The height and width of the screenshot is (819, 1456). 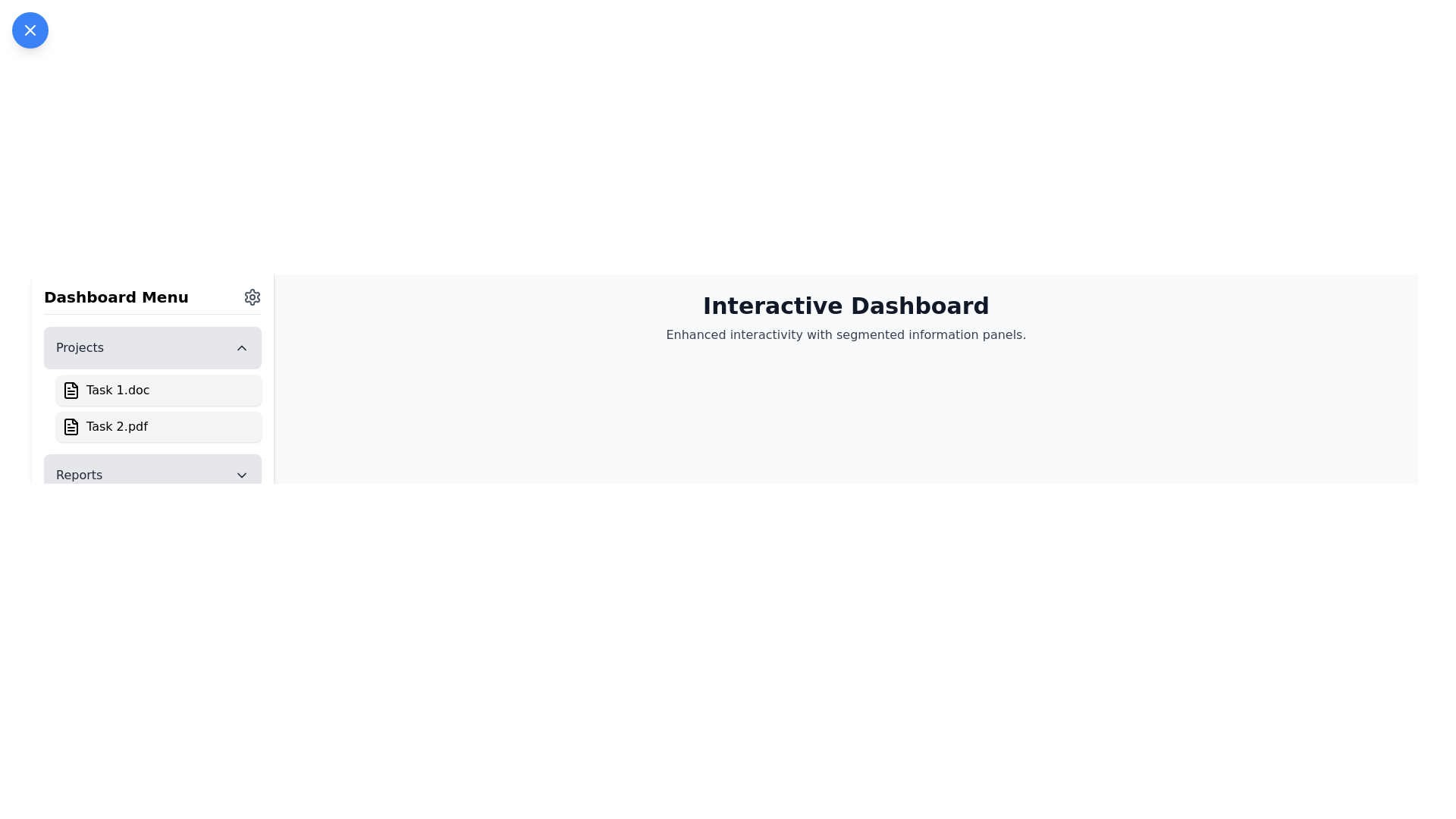 I want to click on the 'Task 2.pdf' file entry located, so click(x=158, y=427).